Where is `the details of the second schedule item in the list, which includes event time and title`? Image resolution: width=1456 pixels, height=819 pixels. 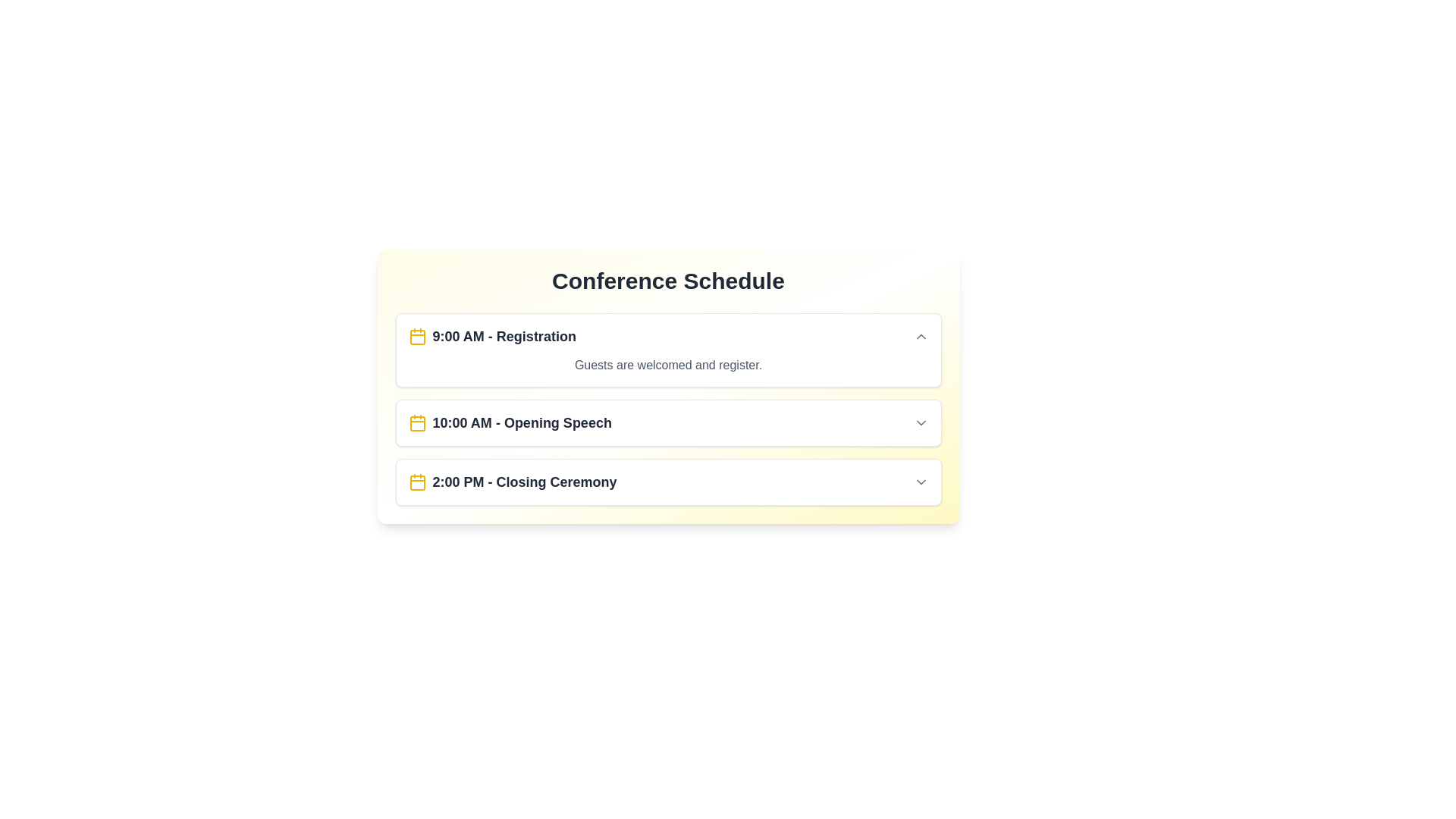 the details of the second schedule item in the list, which includes event time and title is located at coordinates (667, 423).